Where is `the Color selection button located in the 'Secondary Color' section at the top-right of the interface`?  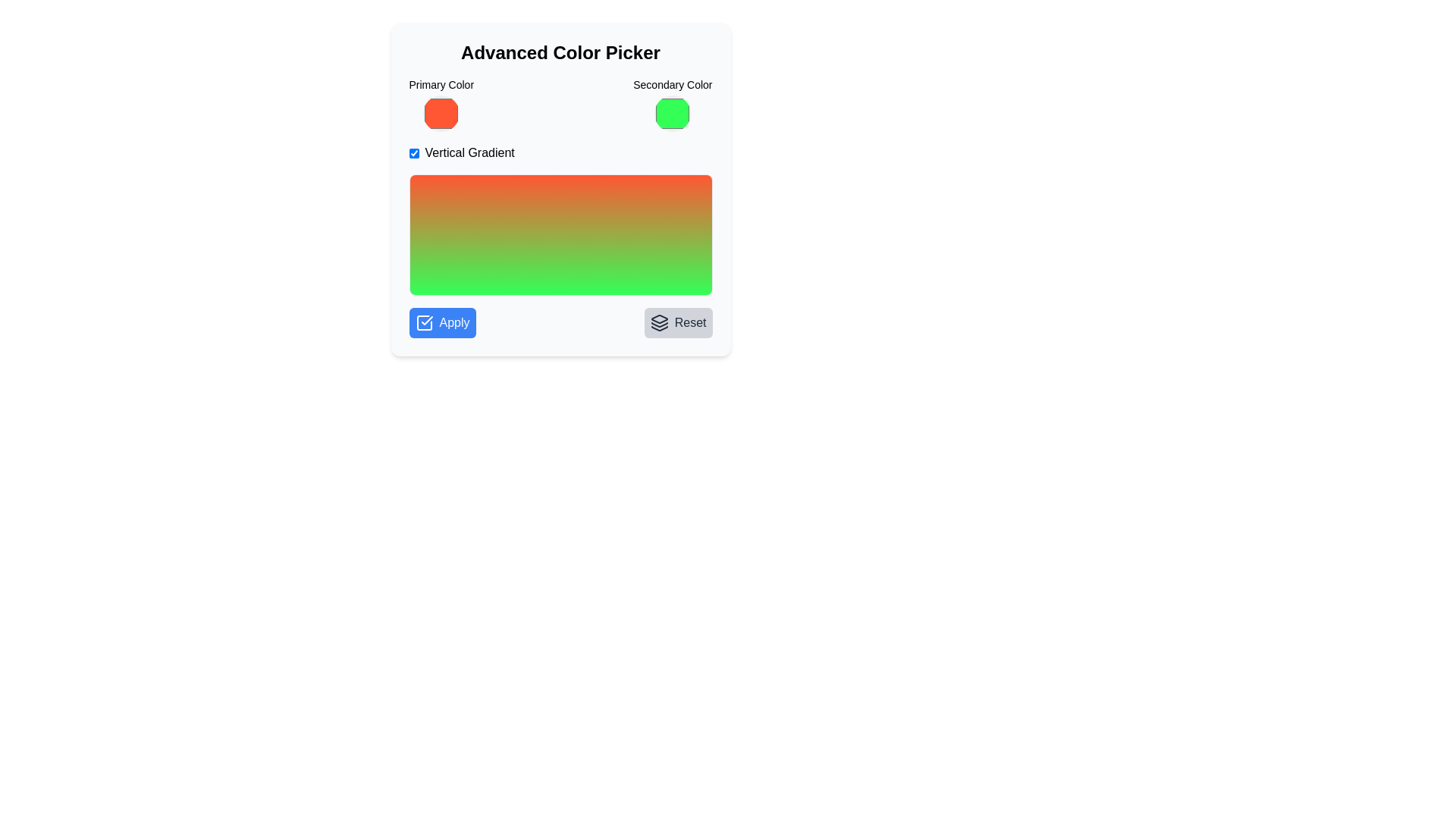
the Color selection button located in the 'Secondary Color' section at the top-right of the interface is located at coordinates (672, 113).